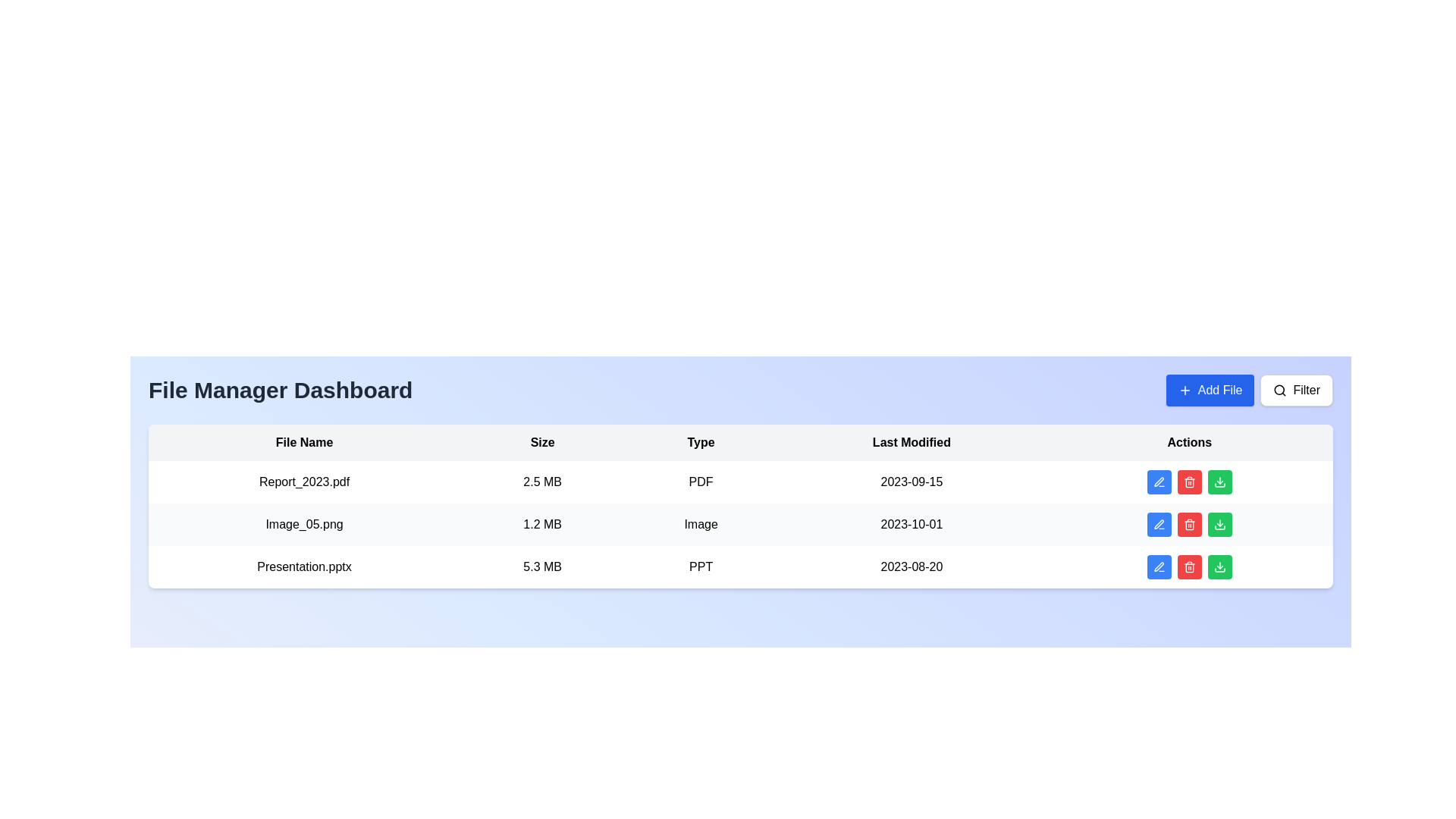  Describe the element at coordinates (1219, 567) in the screenshot. I see `the download icon within the 'Actions' column of the third row in the table to initiate the download` at that location.